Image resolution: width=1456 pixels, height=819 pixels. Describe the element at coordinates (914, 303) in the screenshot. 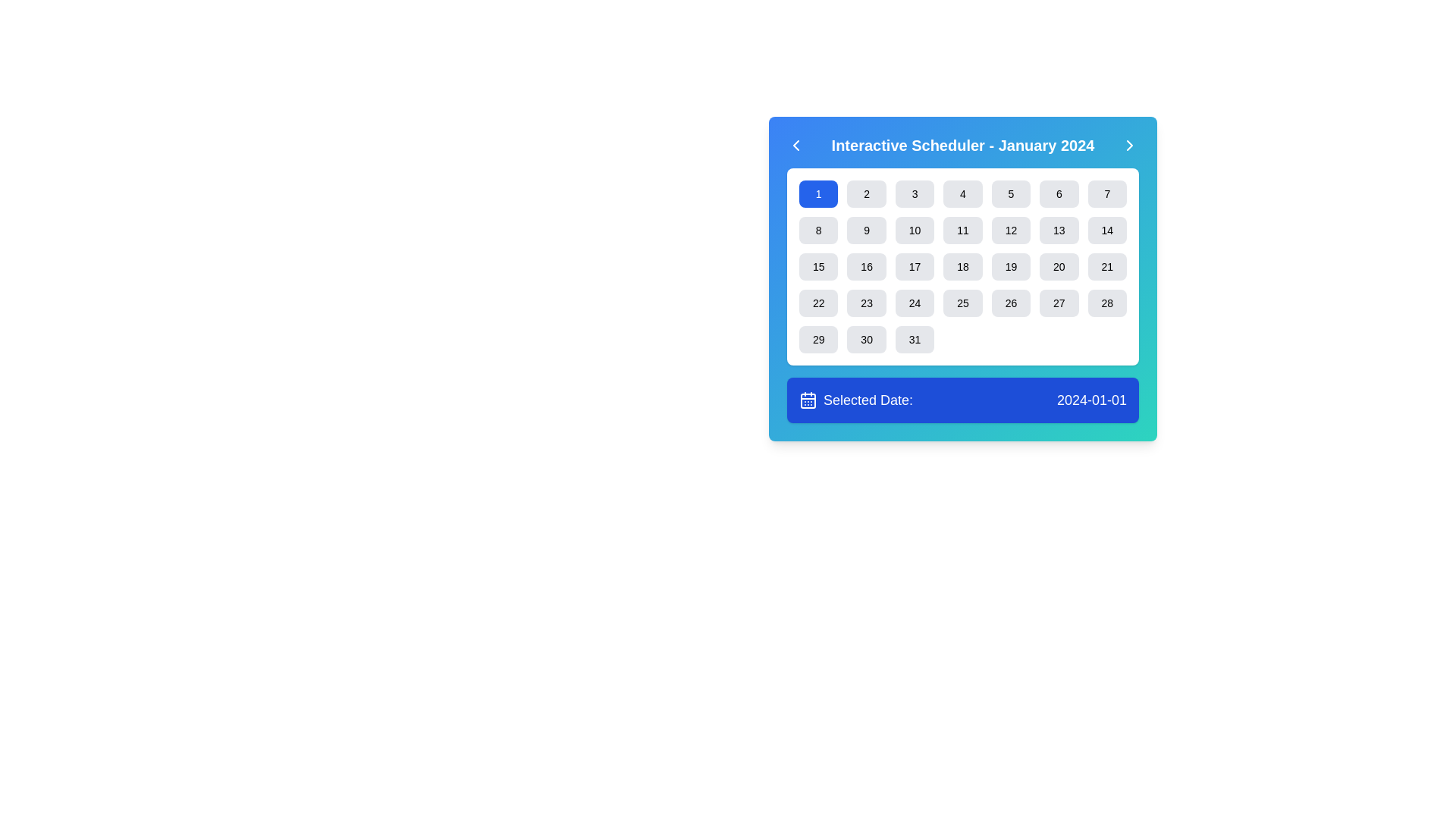

I see `the button displaying the text '24' in the interactive calendar grid, located at the fourth row and fourth column` at that location.